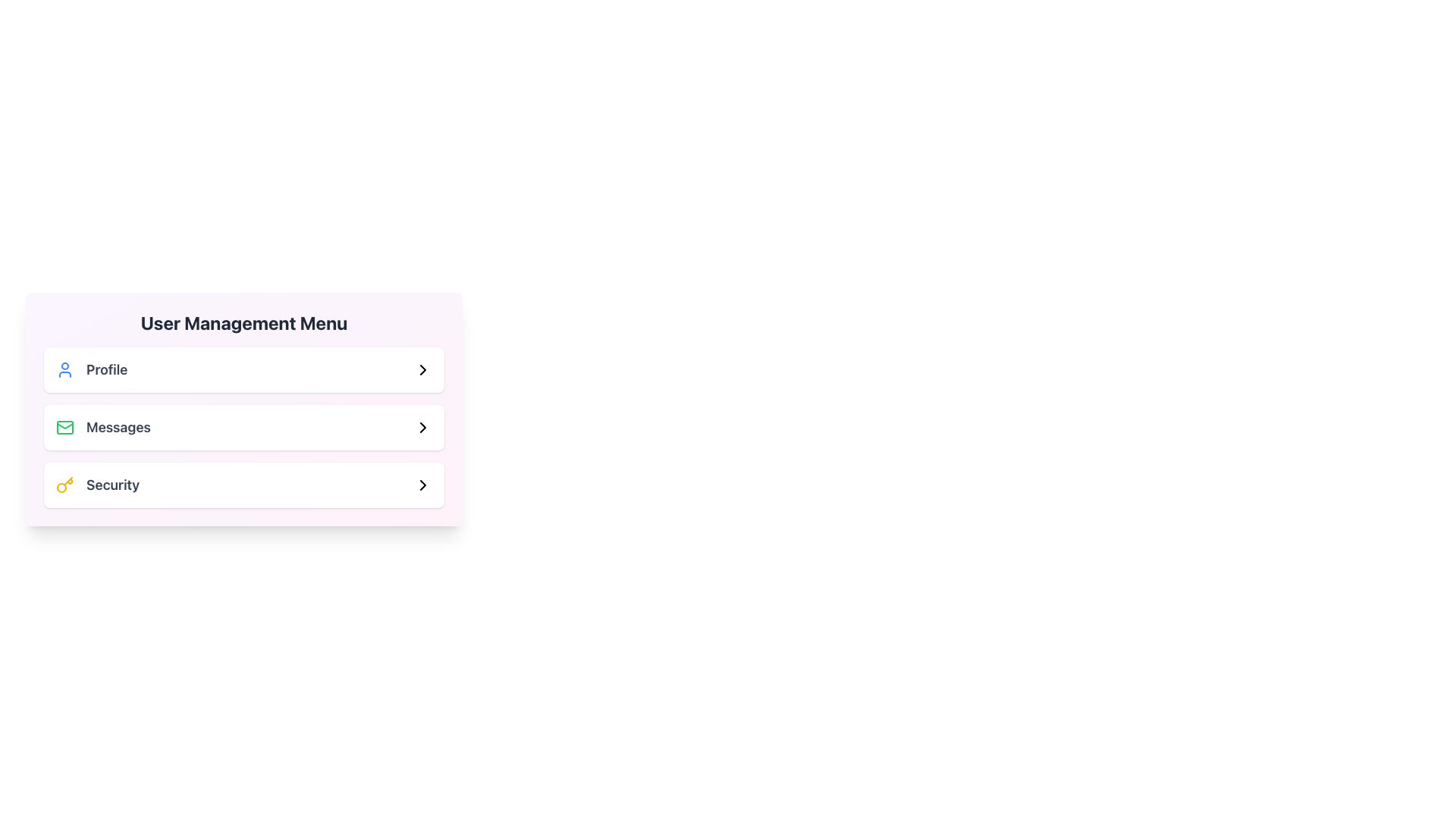 This screenshot has height=819, width=1456. Describe the element at coordinates (243, 370) in the screenshot. I see `the 'Profile' menu item, which is the first item in the 'User Management Menu' section` at that location.